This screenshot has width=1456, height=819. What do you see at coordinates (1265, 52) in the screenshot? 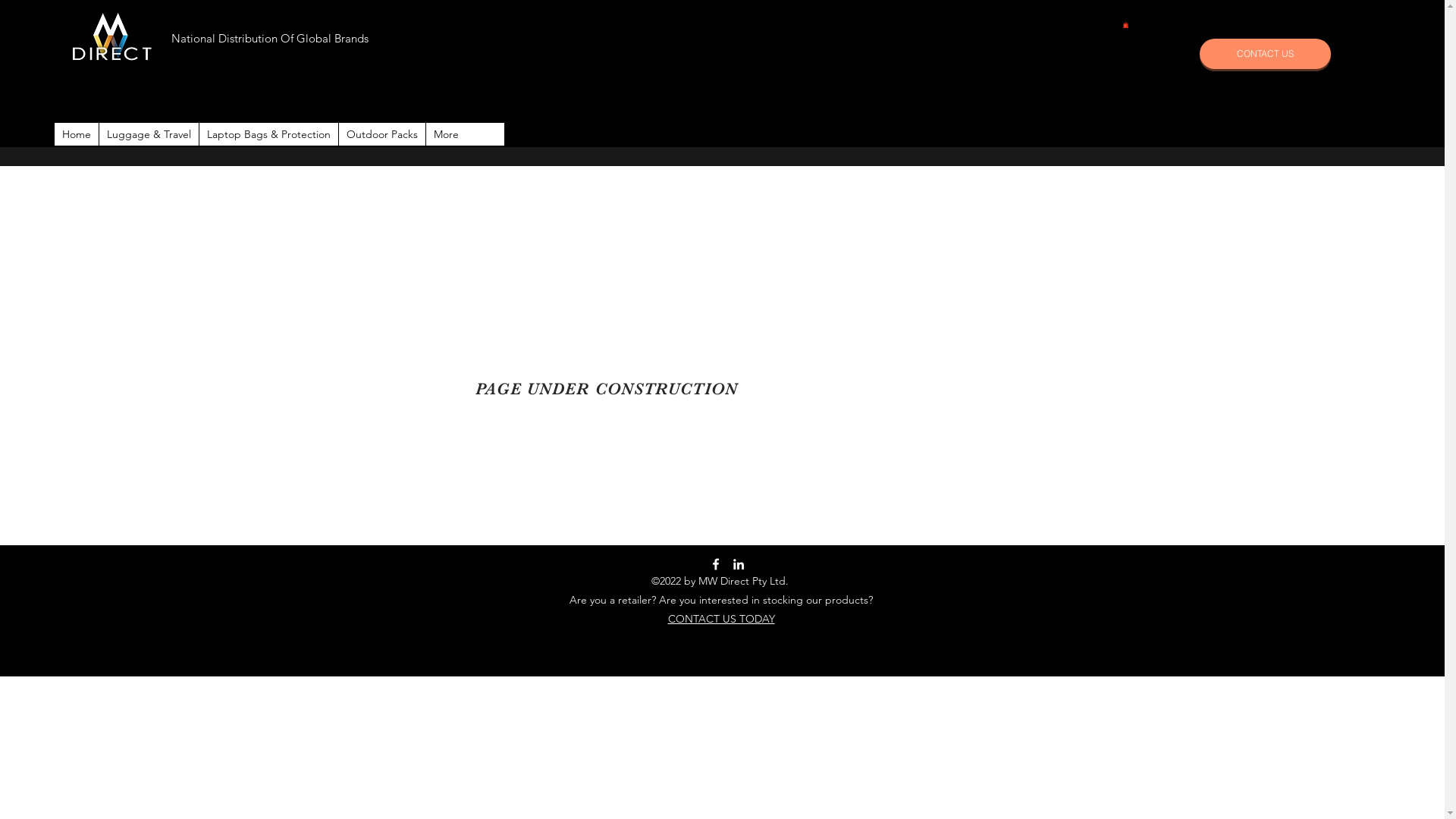
I see `'CONTACT US'` at bounding box center [1265, 52].